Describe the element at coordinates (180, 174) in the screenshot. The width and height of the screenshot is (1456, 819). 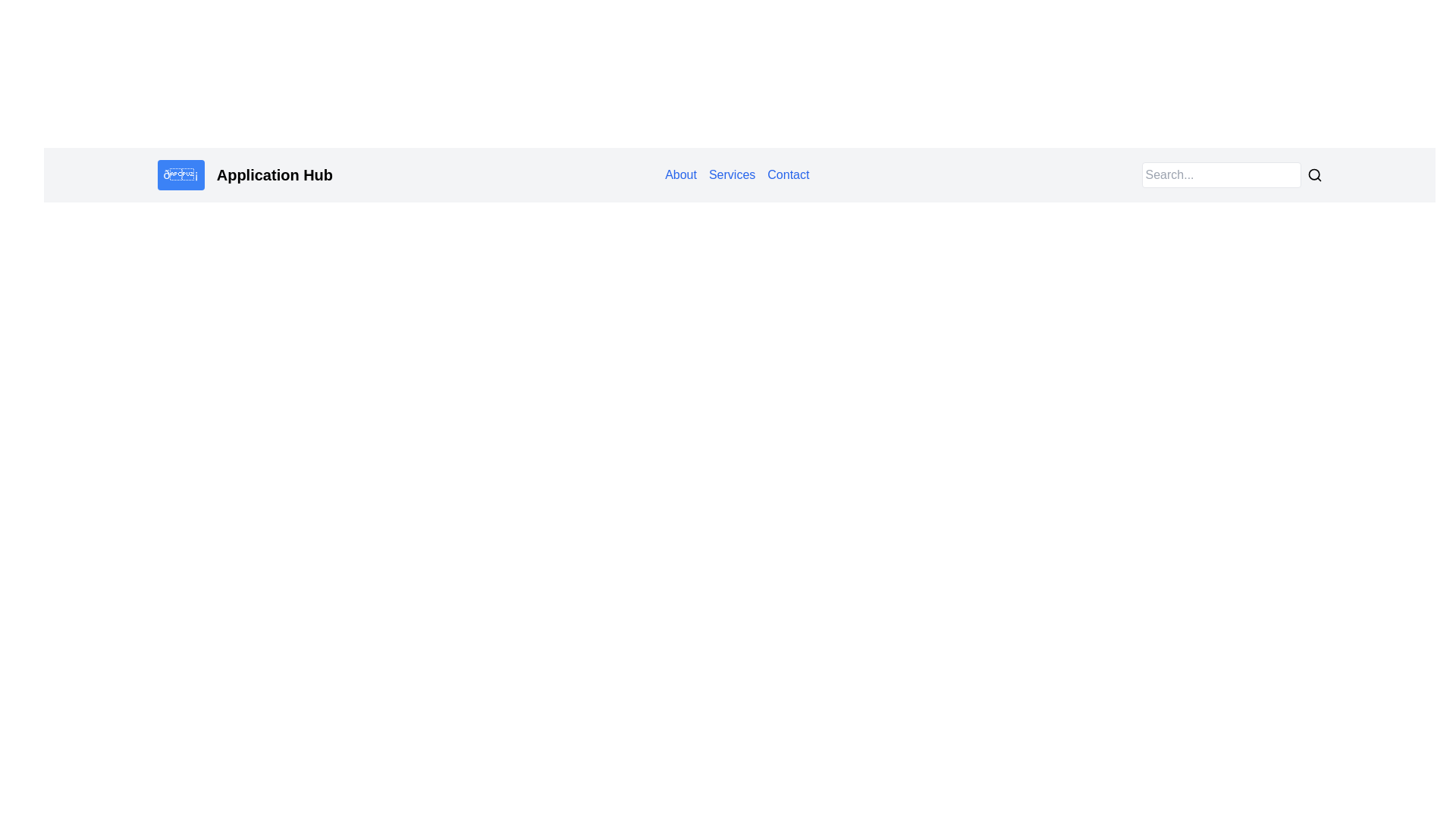
I see `the blue rounded rectangle icon containing a white lightning bolt emoji, located to the left of the 'Application Hub' text in the top-left corner of the interface` at that location.